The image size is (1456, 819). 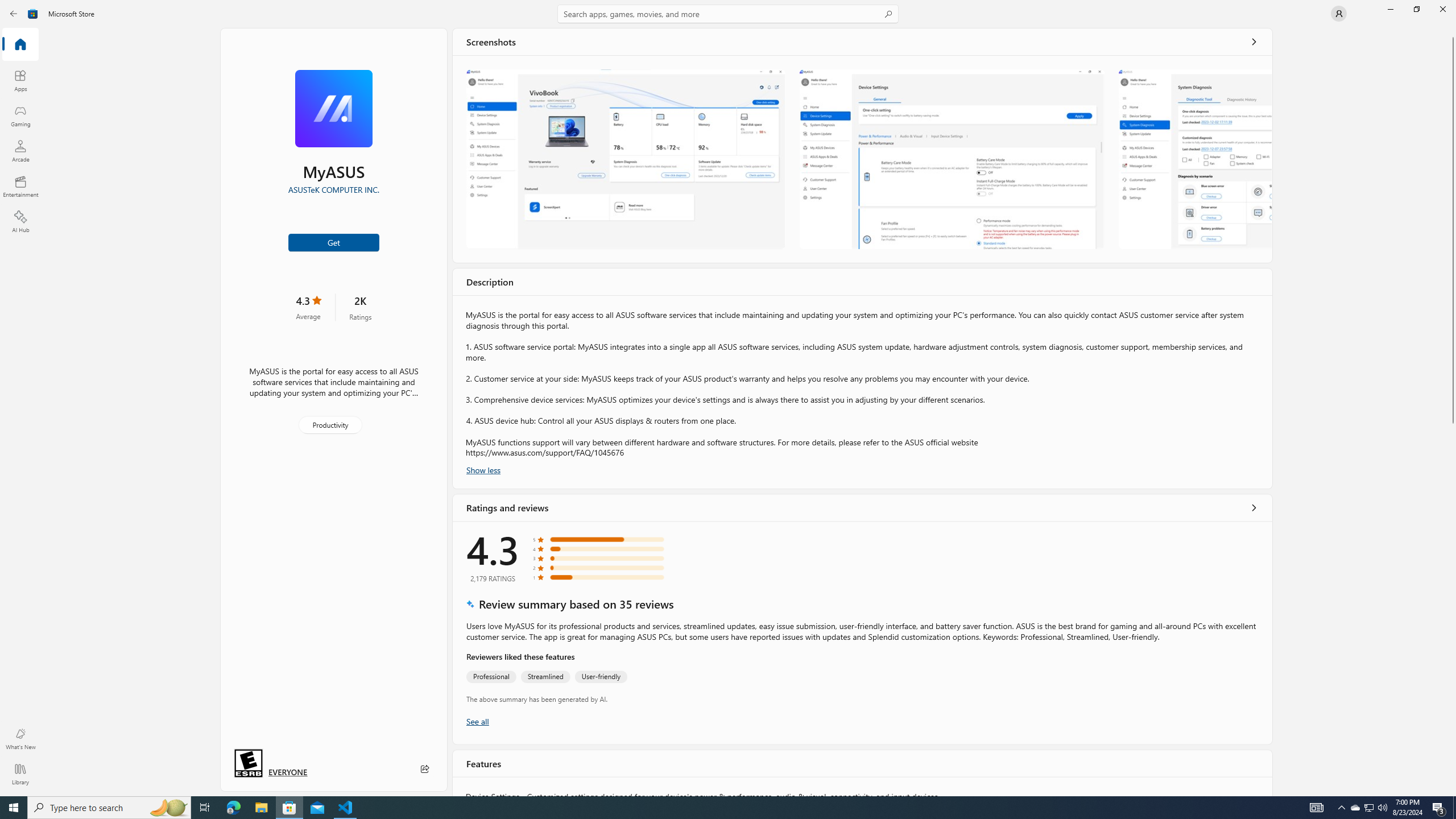 What do you see at coordinates (1451, 606) in the screenshot?
I see `'Vertical Large Increase'` at bounding box center [1451, 606].